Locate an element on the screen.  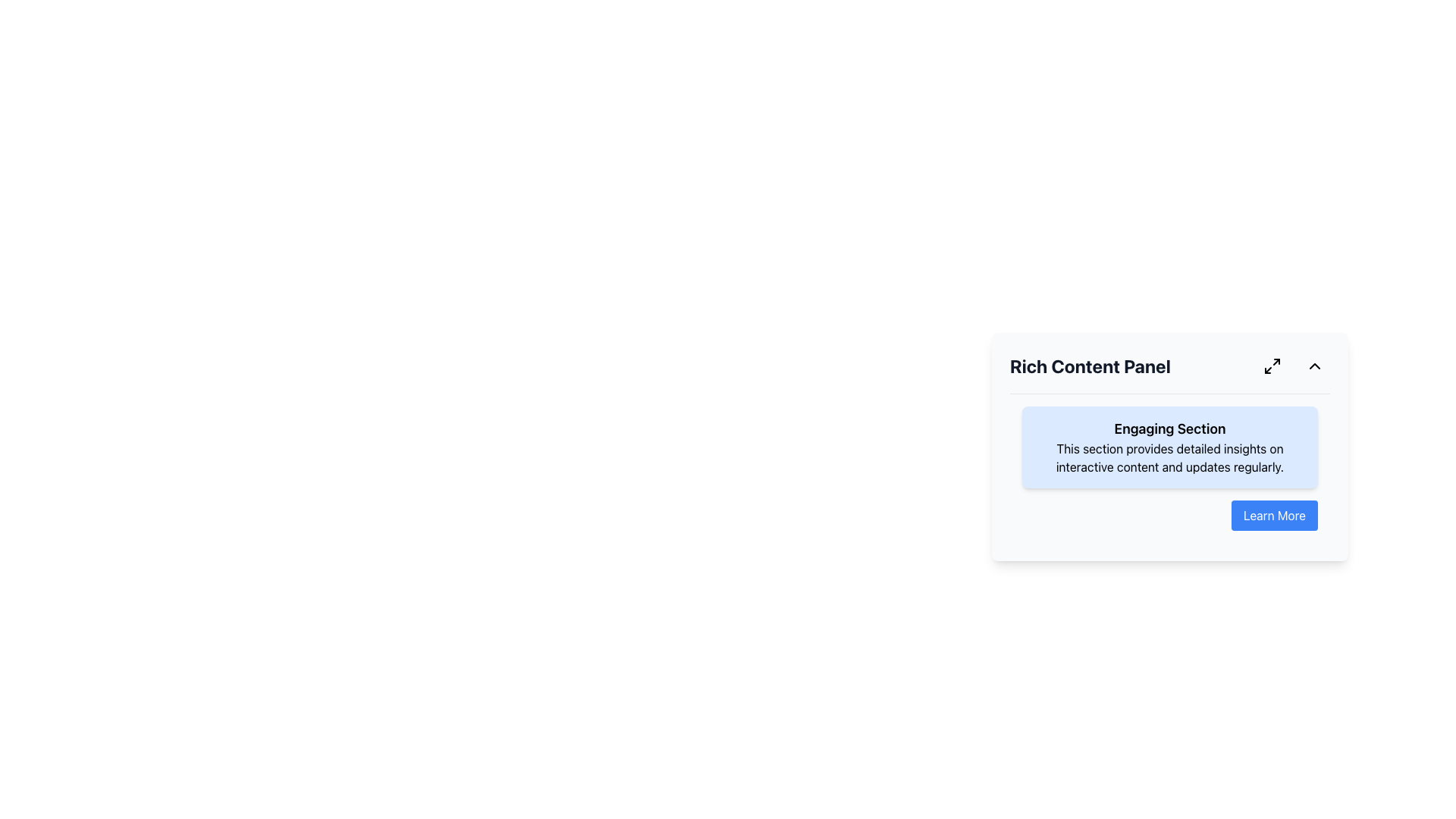
descriptive text content of the 'Rich Content Panel', which contains a header titled 'Rich Content Panel' and a subsection labeled 'Engaging Section' is located at coordinates (1169, 446).